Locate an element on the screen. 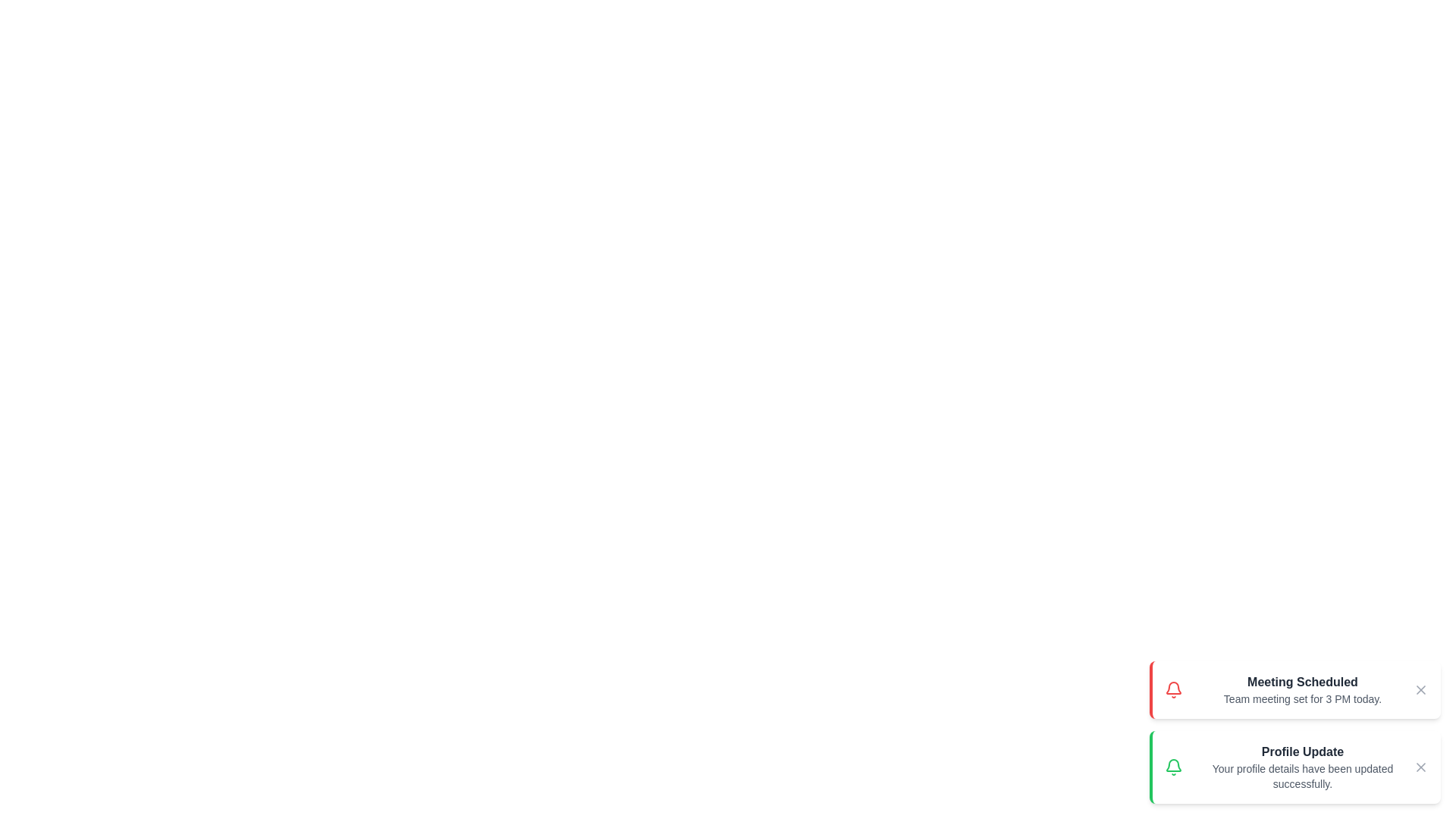 This screenshot has width=1456, height=819. the close button of the notification to dismiss it is located at coordinates (1420, 690).